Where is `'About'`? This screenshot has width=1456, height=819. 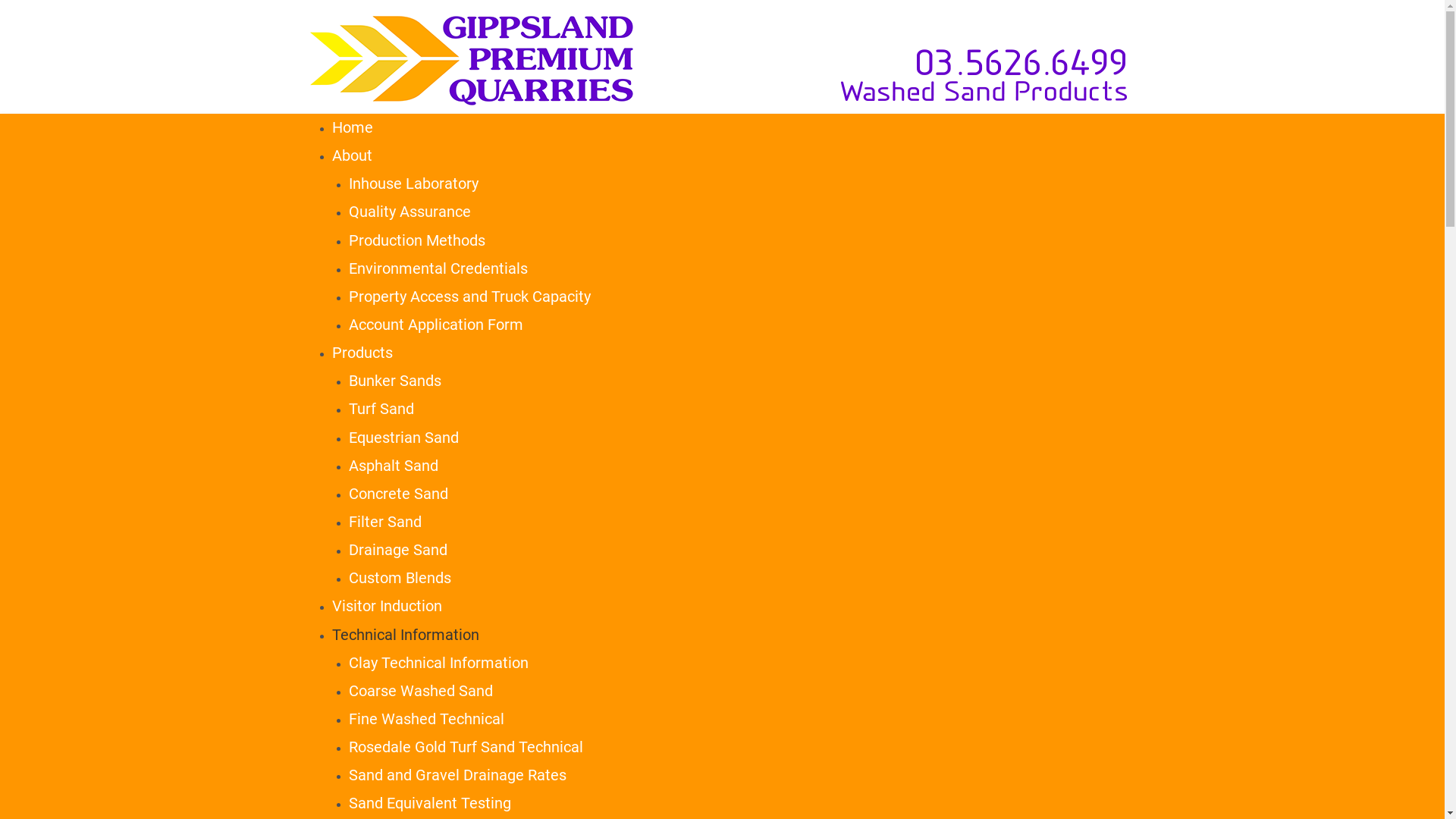
'About' is located at coordinates (351, 155).